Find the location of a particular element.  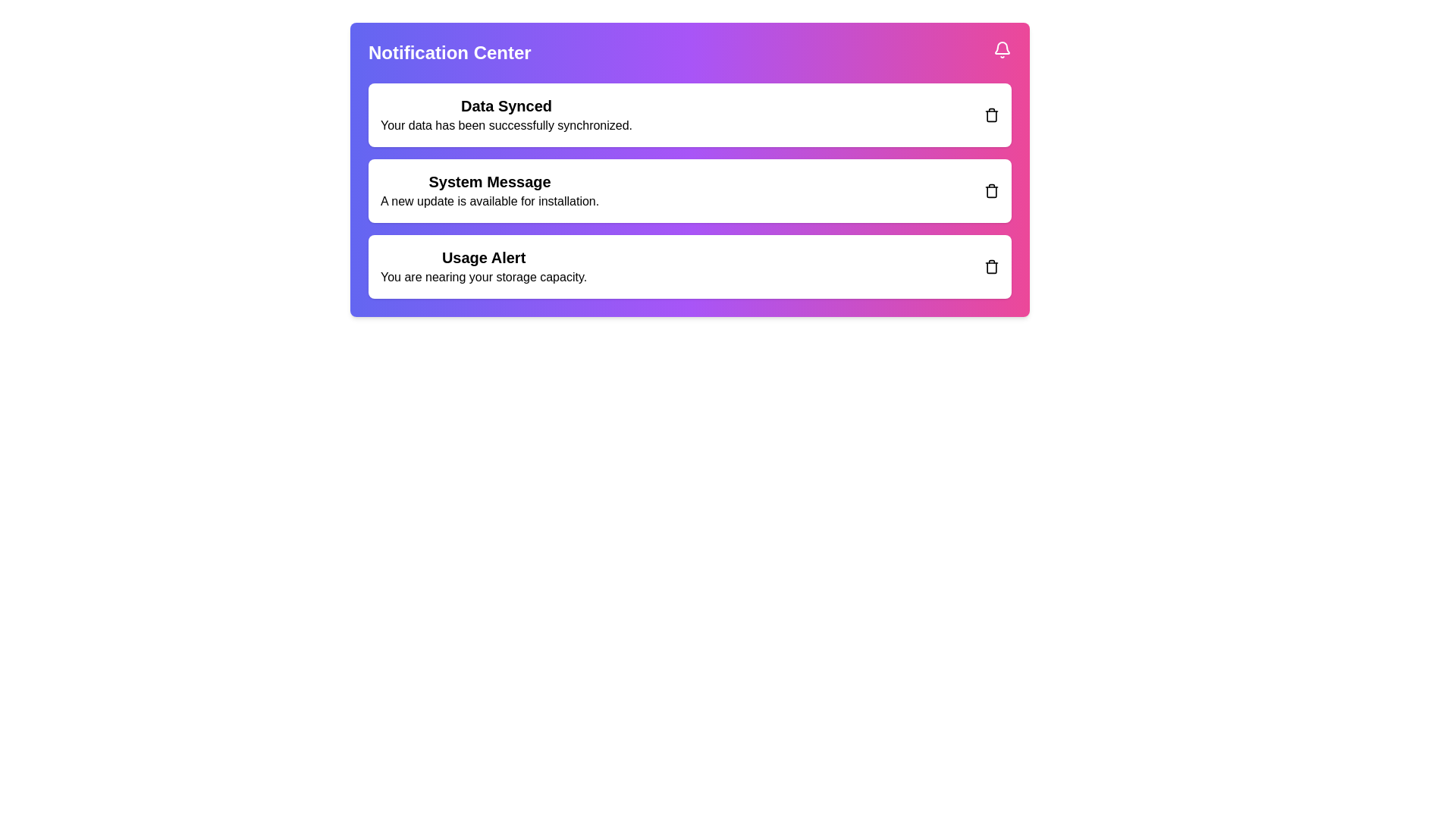

the second Static Notification Card in the Notification Center that displays an update notification, positioned between 'Data Synced' and 'Usage Alert' is located at coordinates (689, 169).